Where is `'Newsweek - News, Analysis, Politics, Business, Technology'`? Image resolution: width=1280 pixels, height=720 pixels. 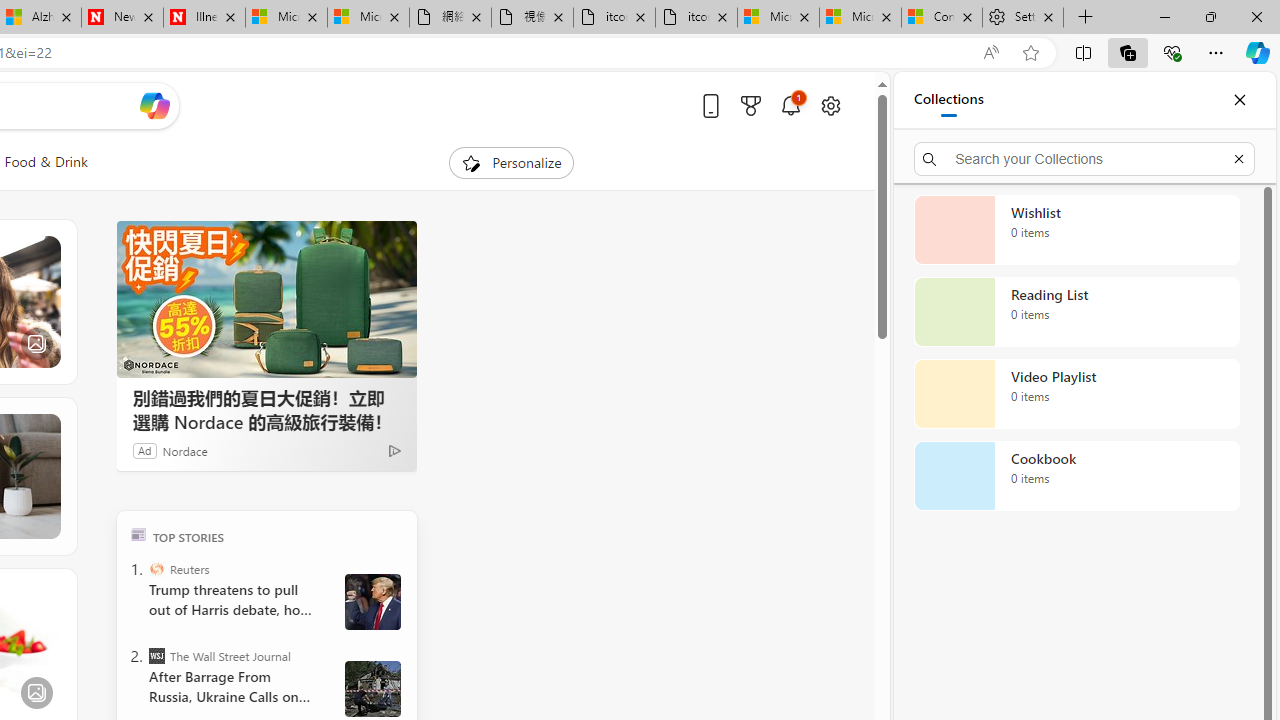
'Newsweek - News, Analysis, Politics, Business, Technology' is located at coordinates (121, 17).